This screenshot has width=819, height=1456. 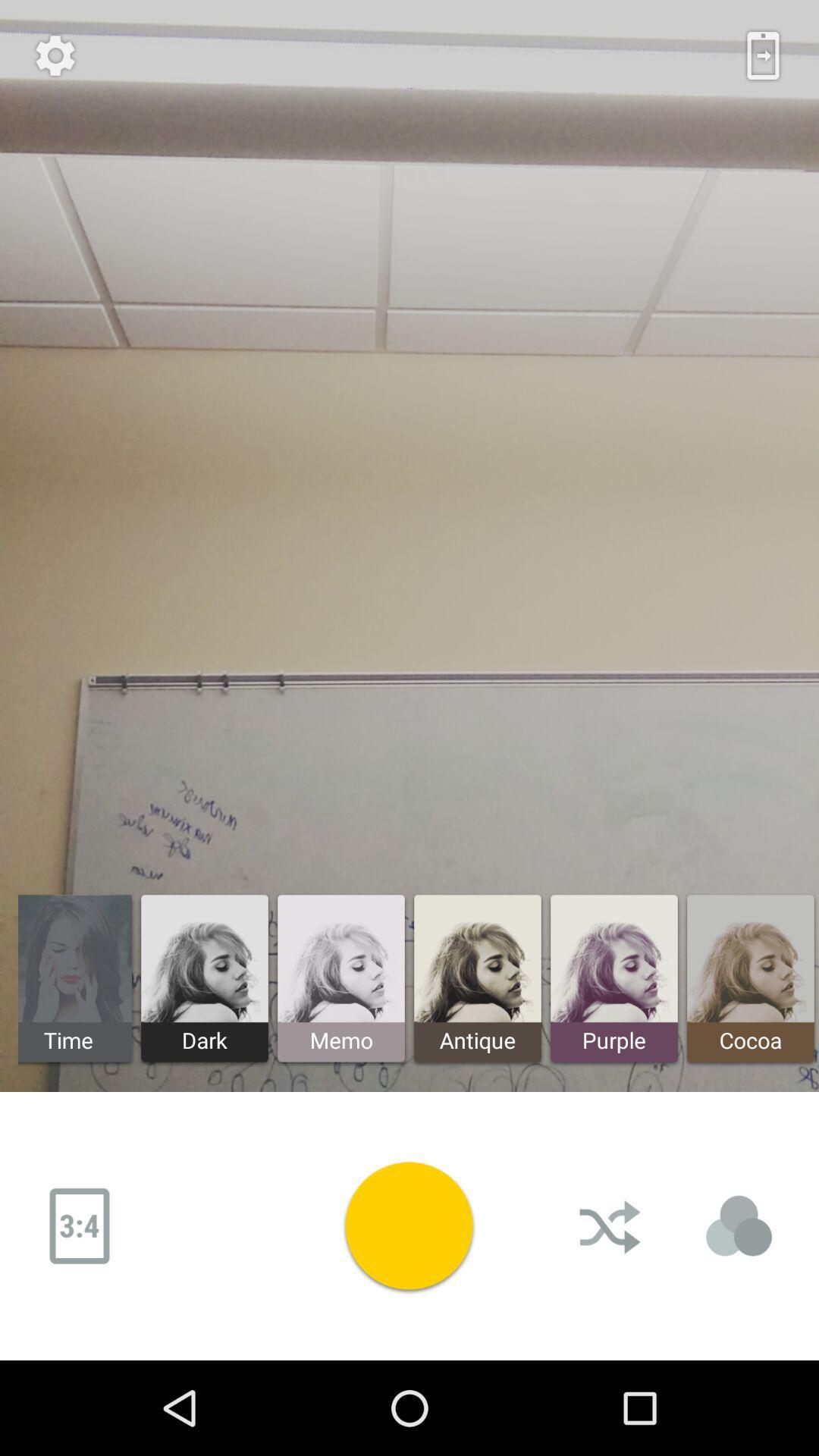 What do you see at coordinates (408, 1225) in the screenshot?
I see `video play button` at bounding box center [408, 1225].